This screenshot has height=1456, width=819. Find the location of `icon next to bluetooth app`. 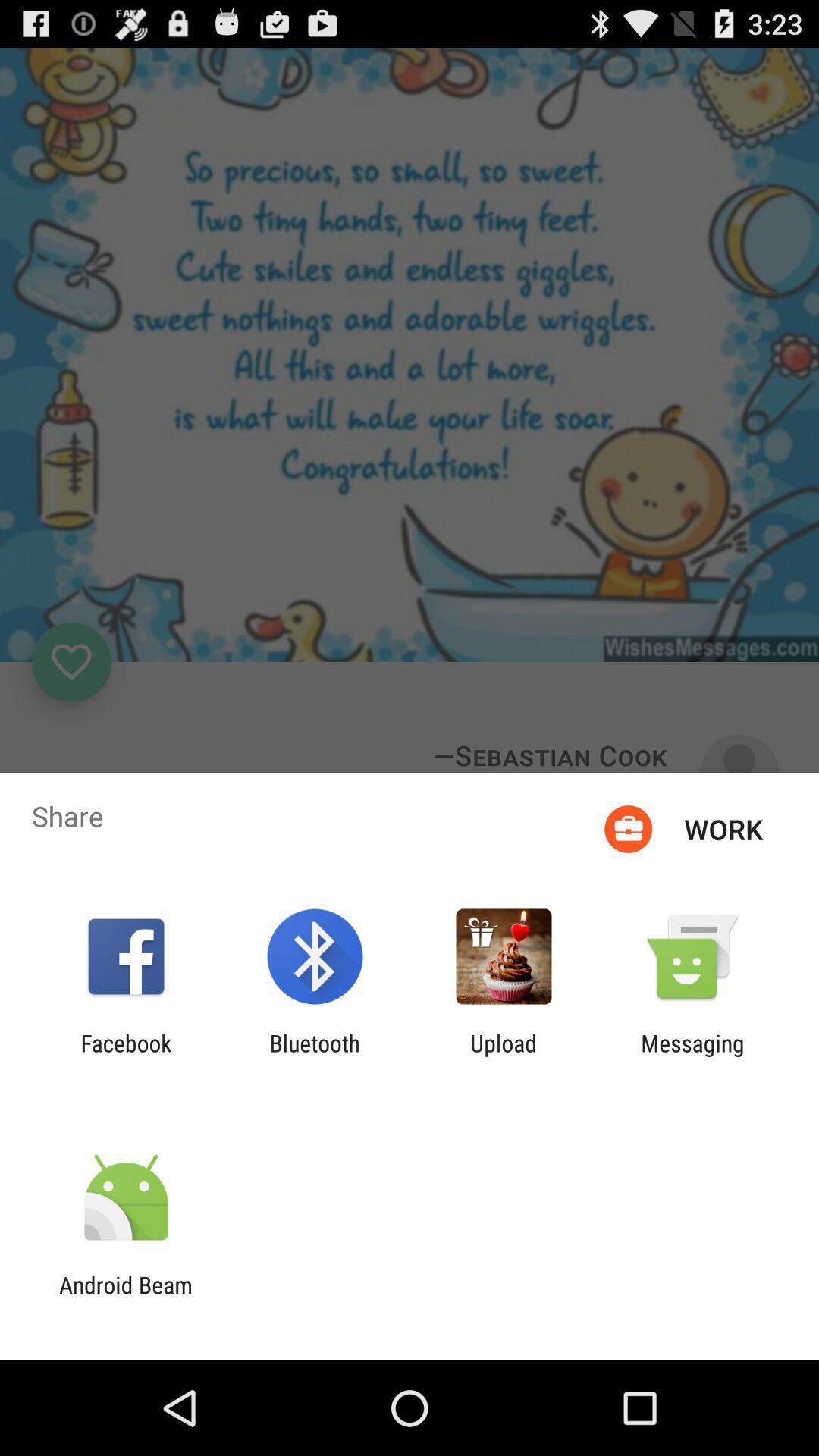

icon next to bluetooth app is located at coordinates (504, 1056).